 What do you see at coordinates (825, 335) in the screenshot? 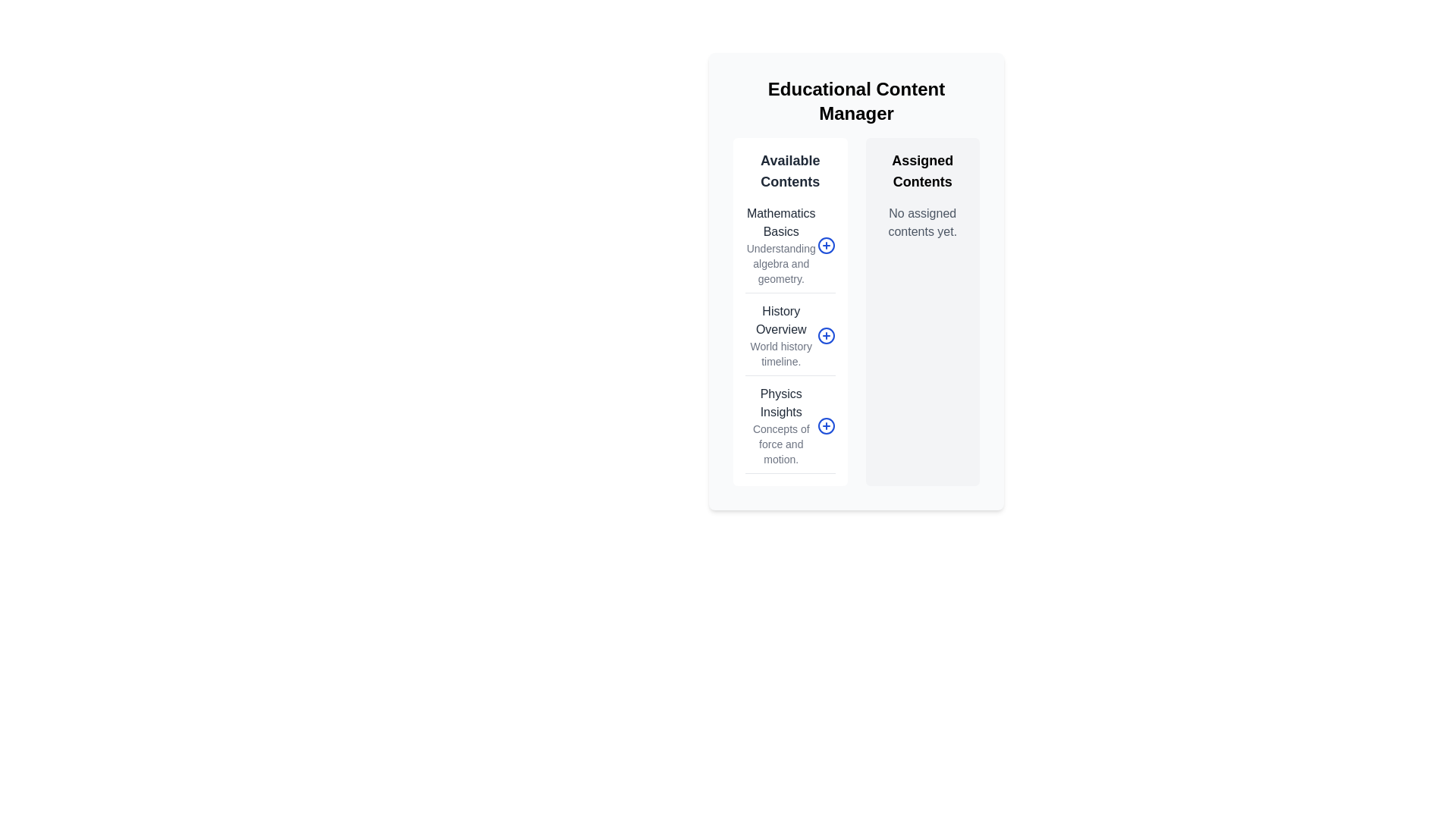
I see `the circular outline of the '+' icon associated with the 'History Overview' entry` at bounding box center [825, 335].